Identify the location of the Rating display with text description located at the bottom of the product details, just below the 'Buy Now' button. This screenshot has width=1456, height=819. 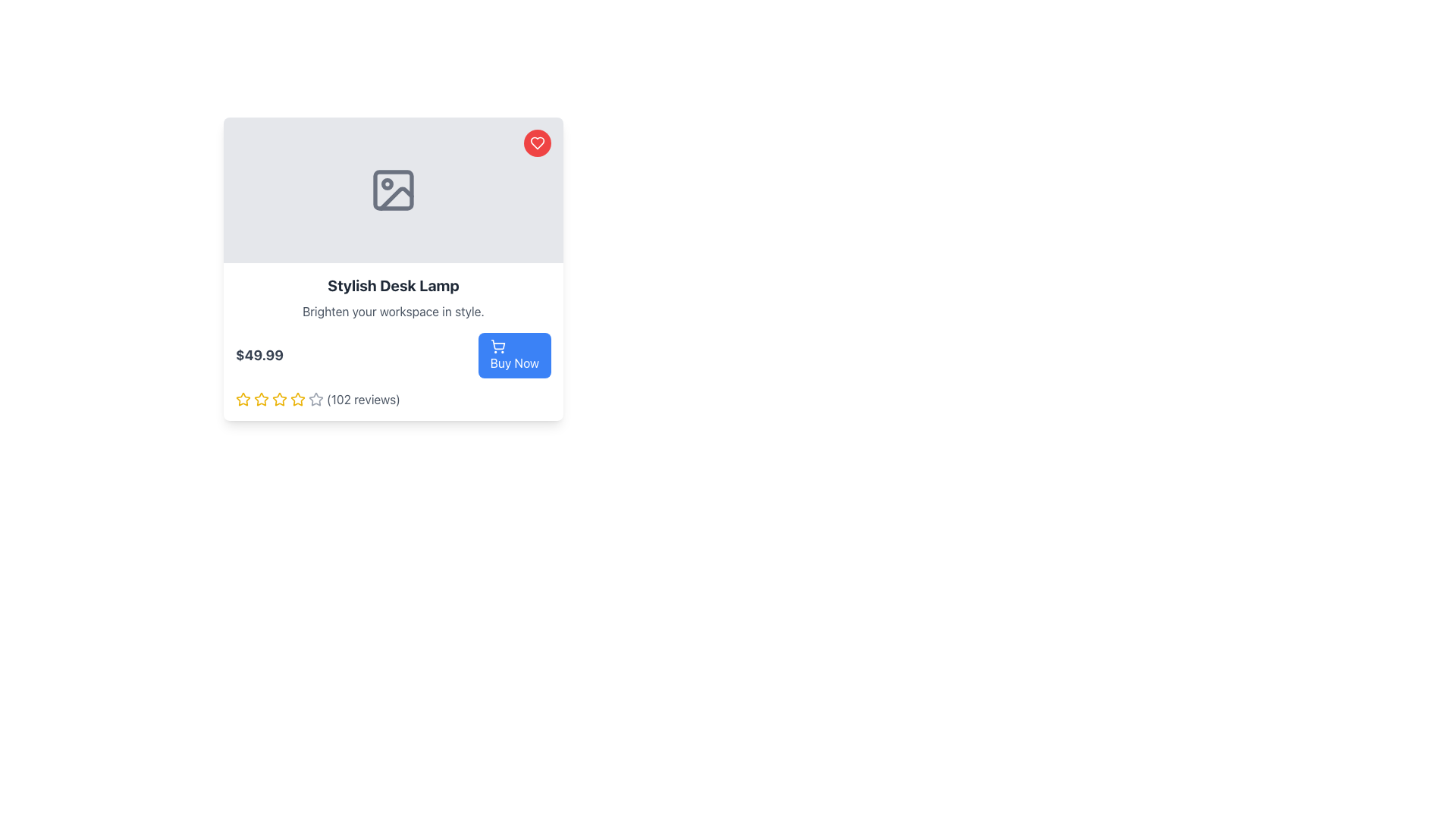
(393, 399).